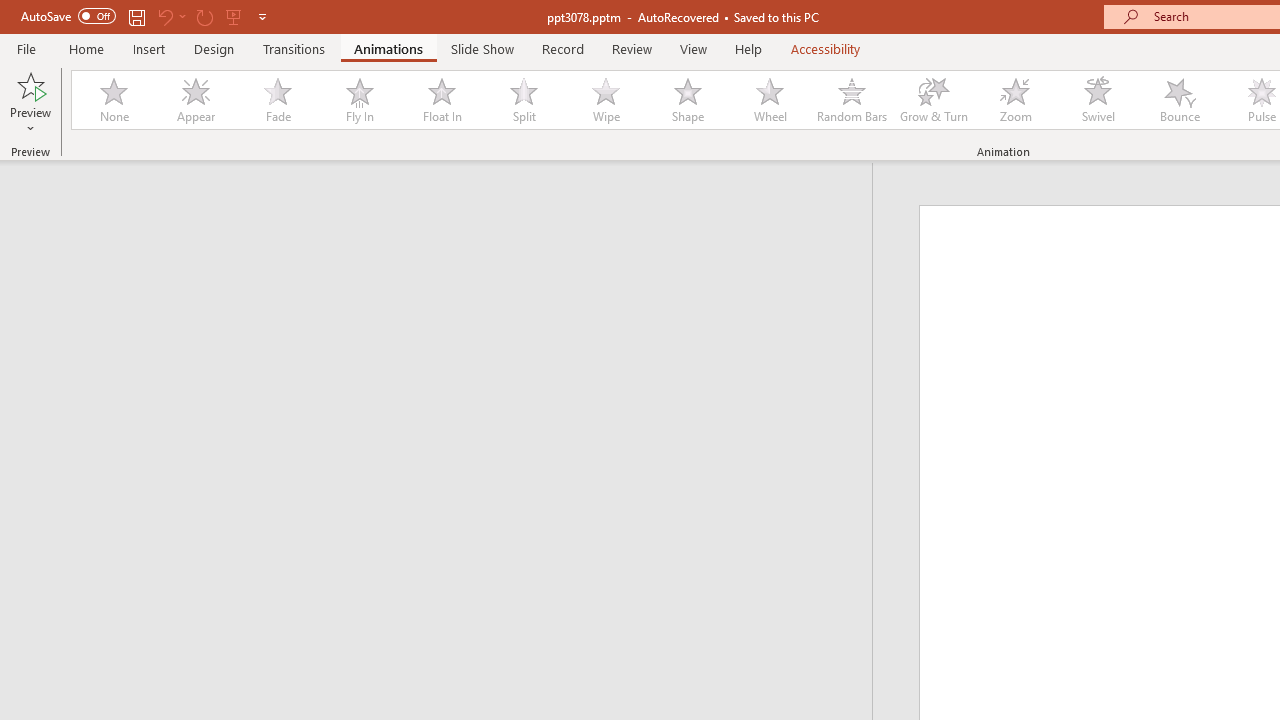  Describe the element at coordinates (170, 16) in the screenshot. I see `'Undo'` at that location.